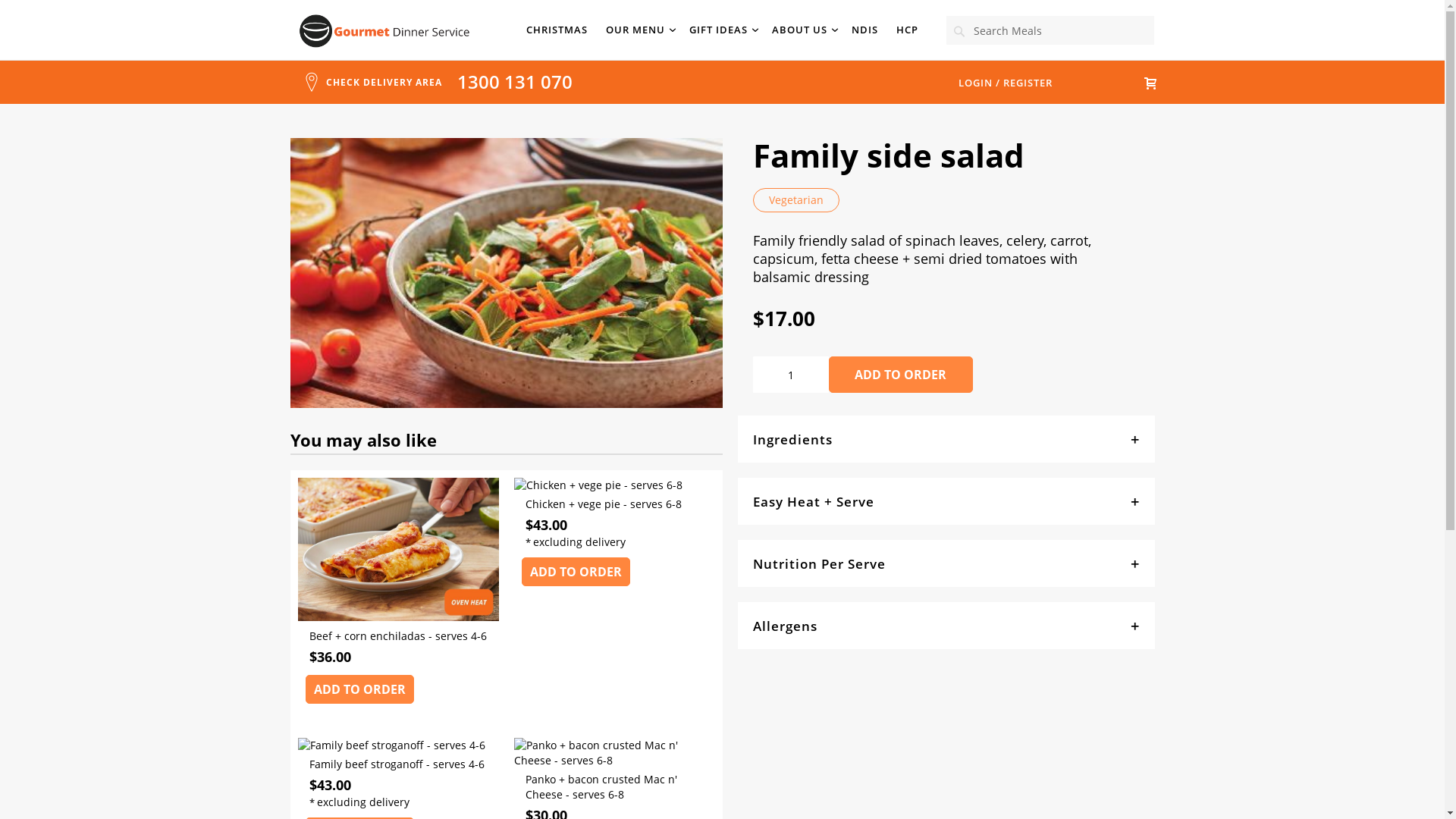 The image size is (1456, 819). I want to click on 'Search', so click(959, 31).